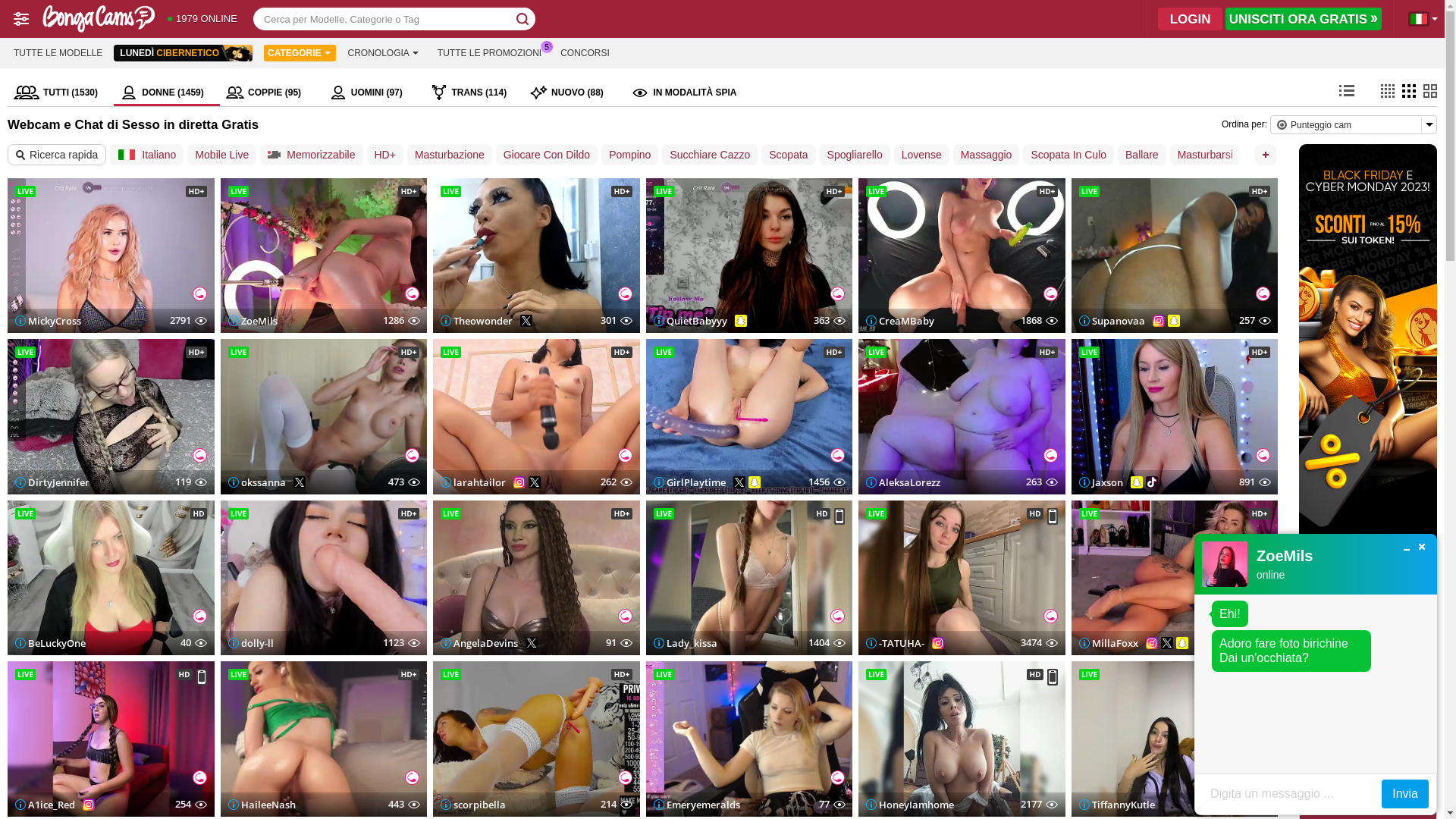 This screenshot has width=1456, height=819. What do you see at coordinates (1068, 155) in the screenshot?
I see `'Scopata In Culo'` at bounding box center [1068, 155].